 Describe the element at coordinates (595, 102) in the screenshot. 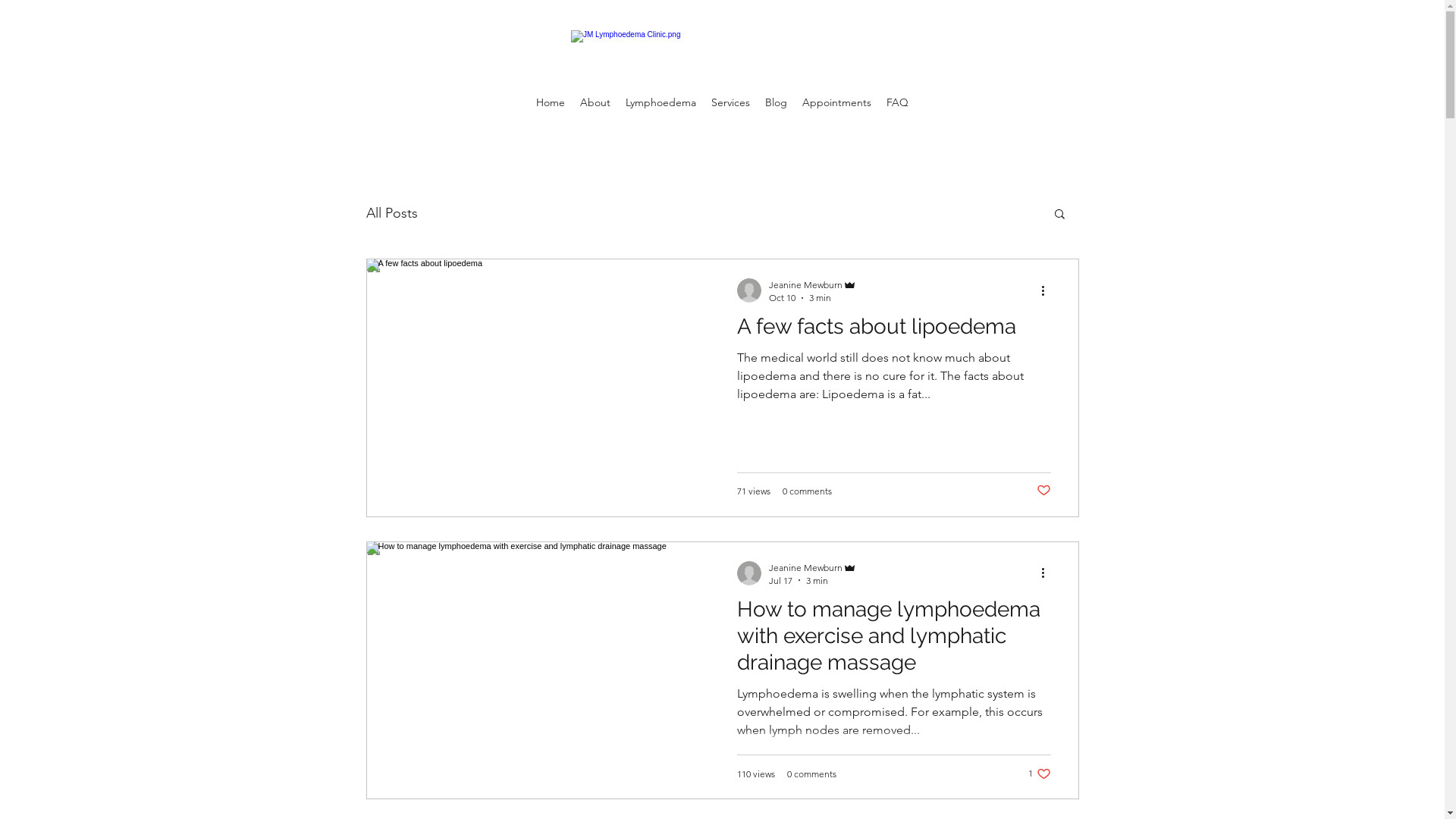

I see `'About'` at that location.